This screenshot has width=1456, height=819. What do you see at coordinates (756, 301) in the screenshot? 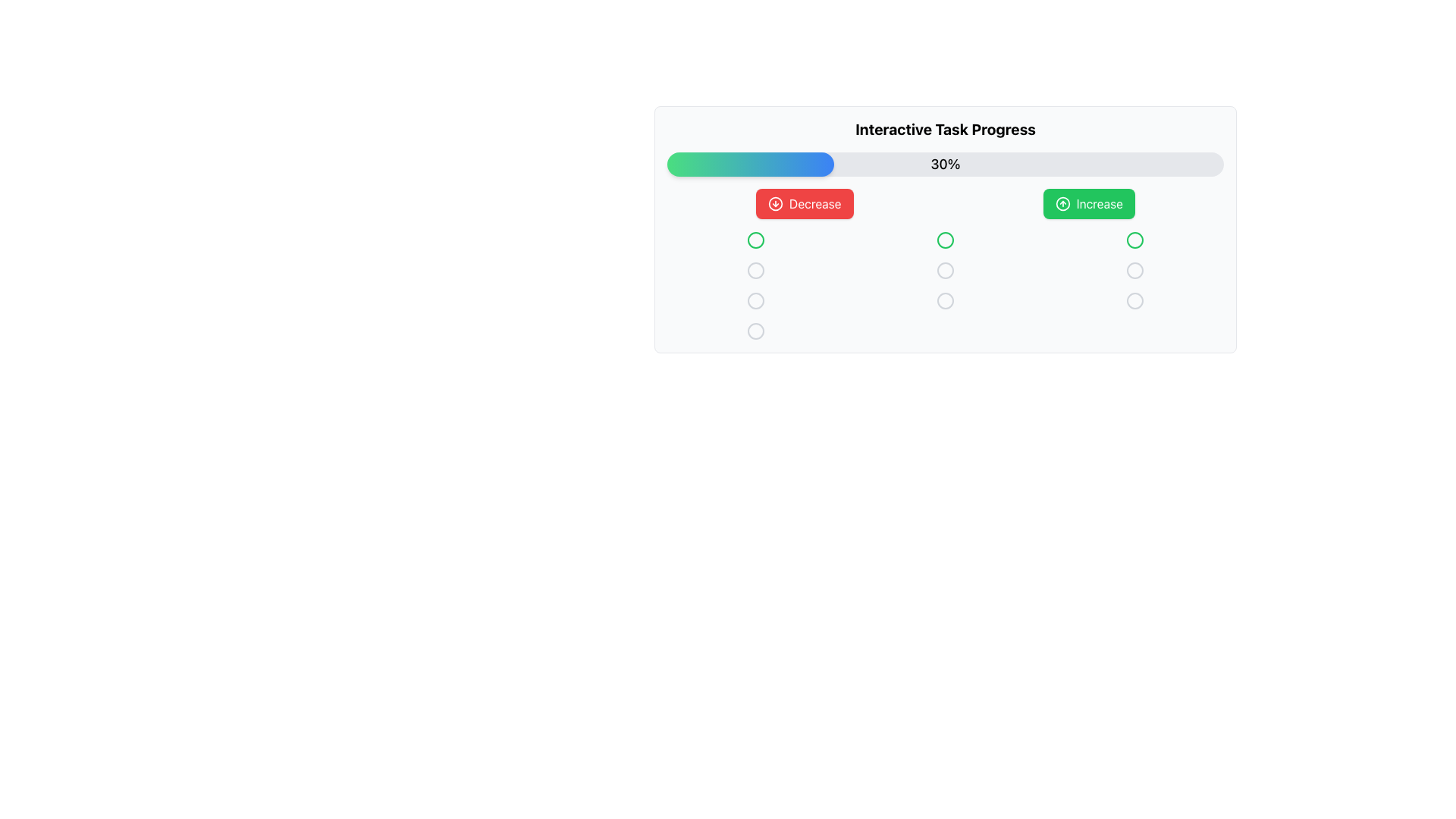
I see `the Circular SVG icon located in the first column of the third row in the grid, which may serve as a selection marker` at bounding box center [756, 301].